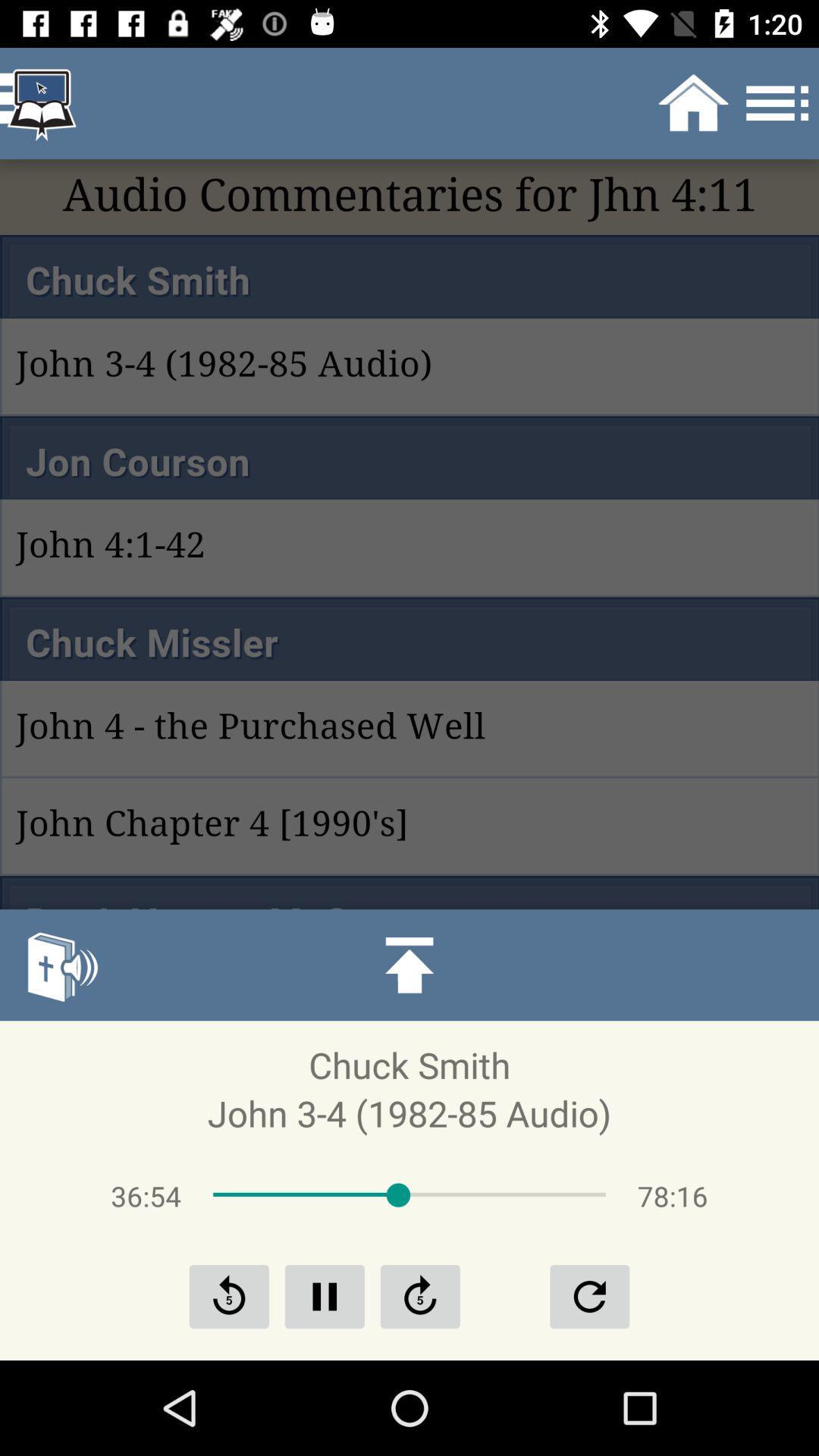  I want to click on back, so click(229, 1295).